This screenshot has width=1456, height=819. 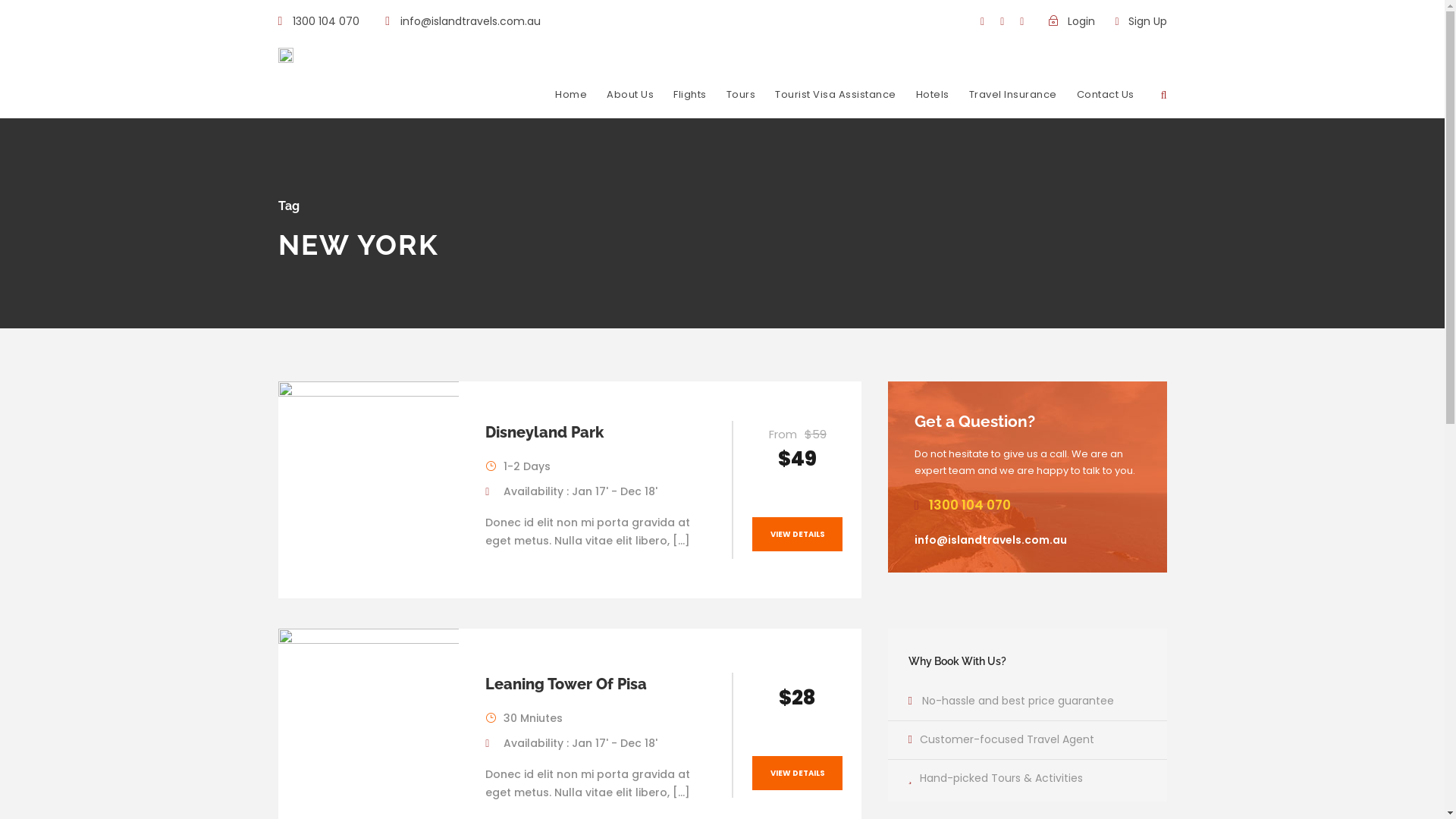 I want to click on 'Home', so click(x=570, y=102).